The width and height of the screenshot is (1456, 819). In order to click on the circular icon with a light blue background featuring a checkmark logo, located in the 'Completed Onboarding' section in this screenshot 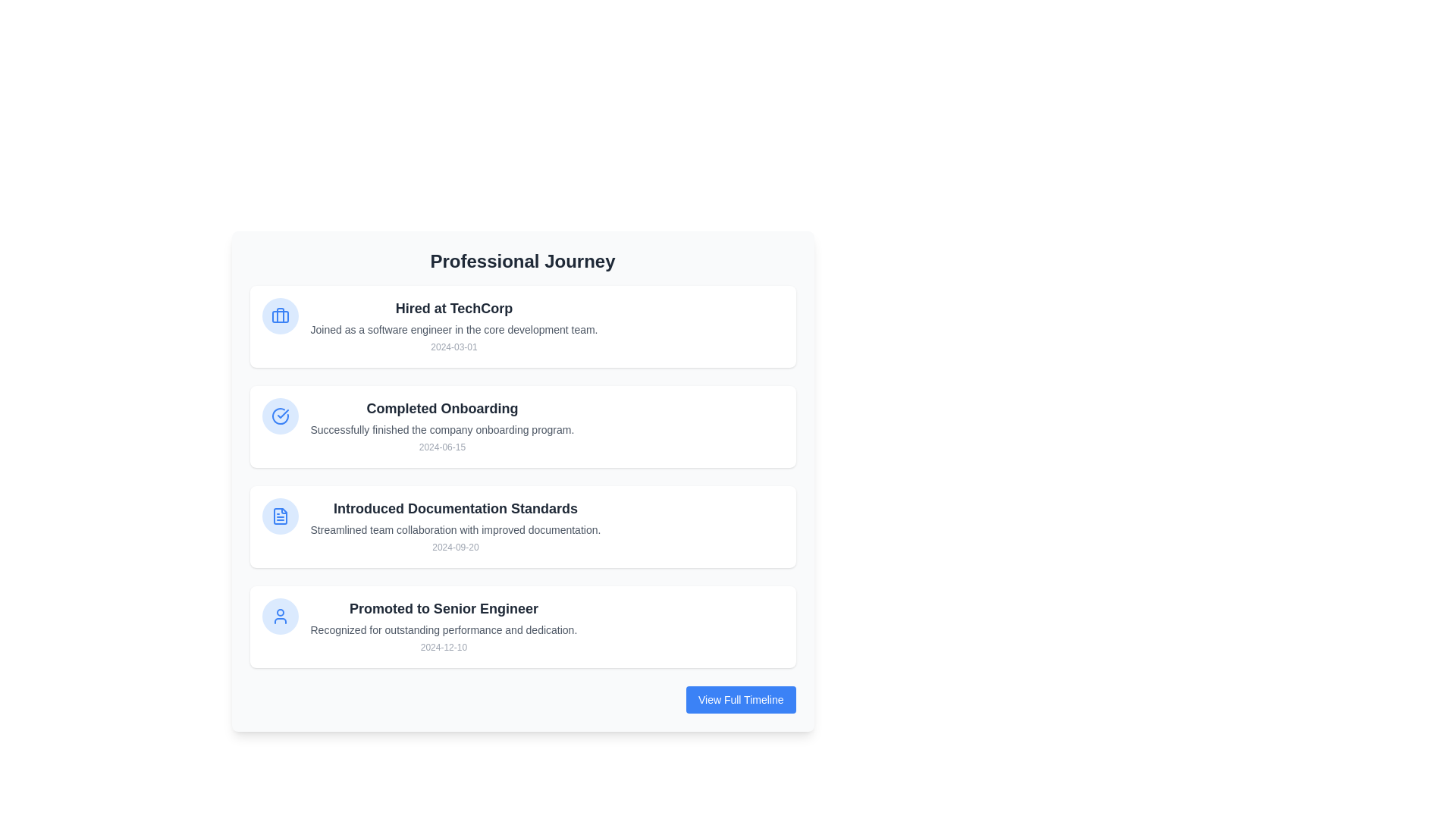, I will do `click(280, 416)`.